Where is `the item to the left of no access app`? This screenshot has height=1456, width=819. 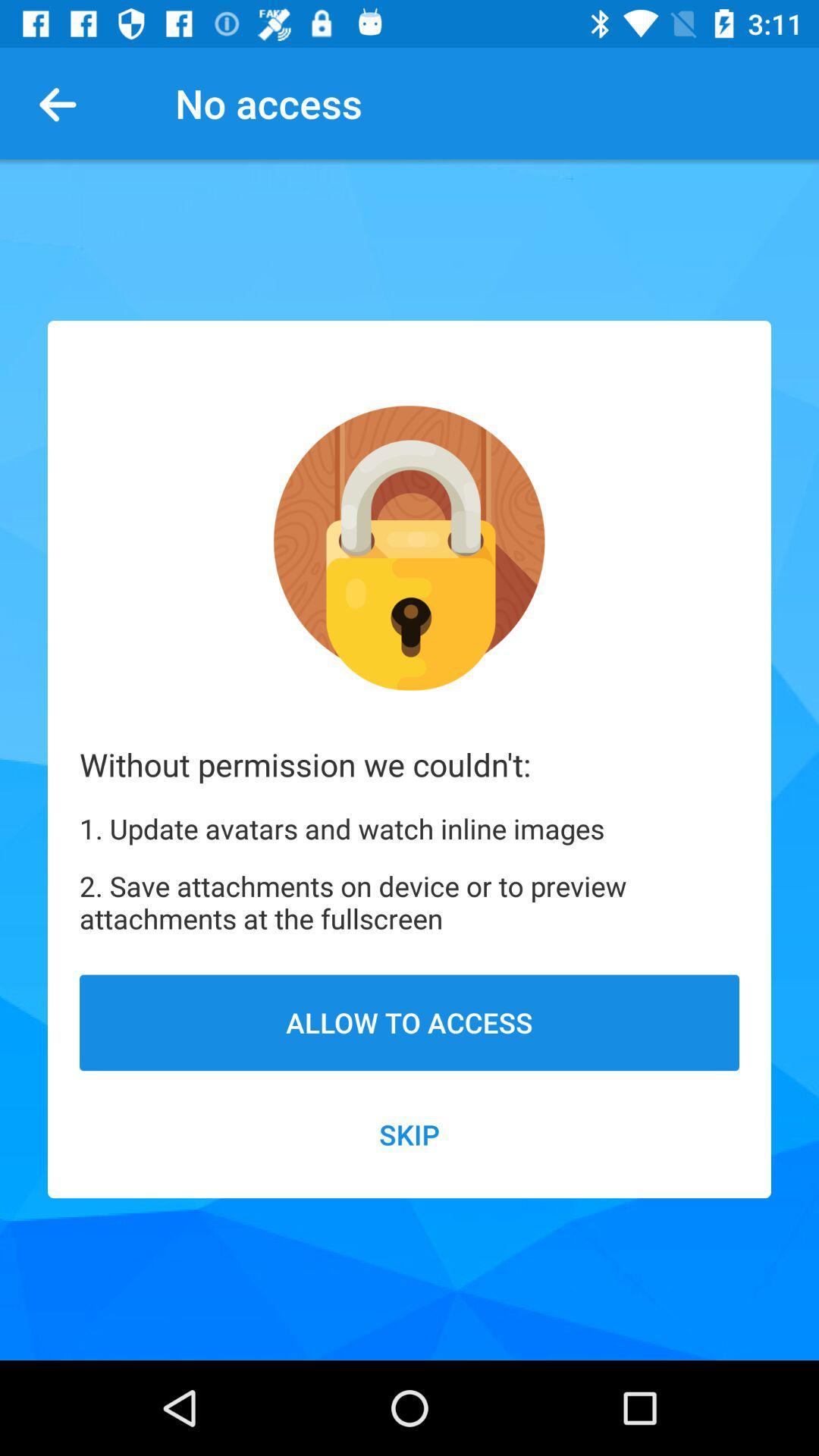
the item to the left of no access app is located at coordinates (63, 102).